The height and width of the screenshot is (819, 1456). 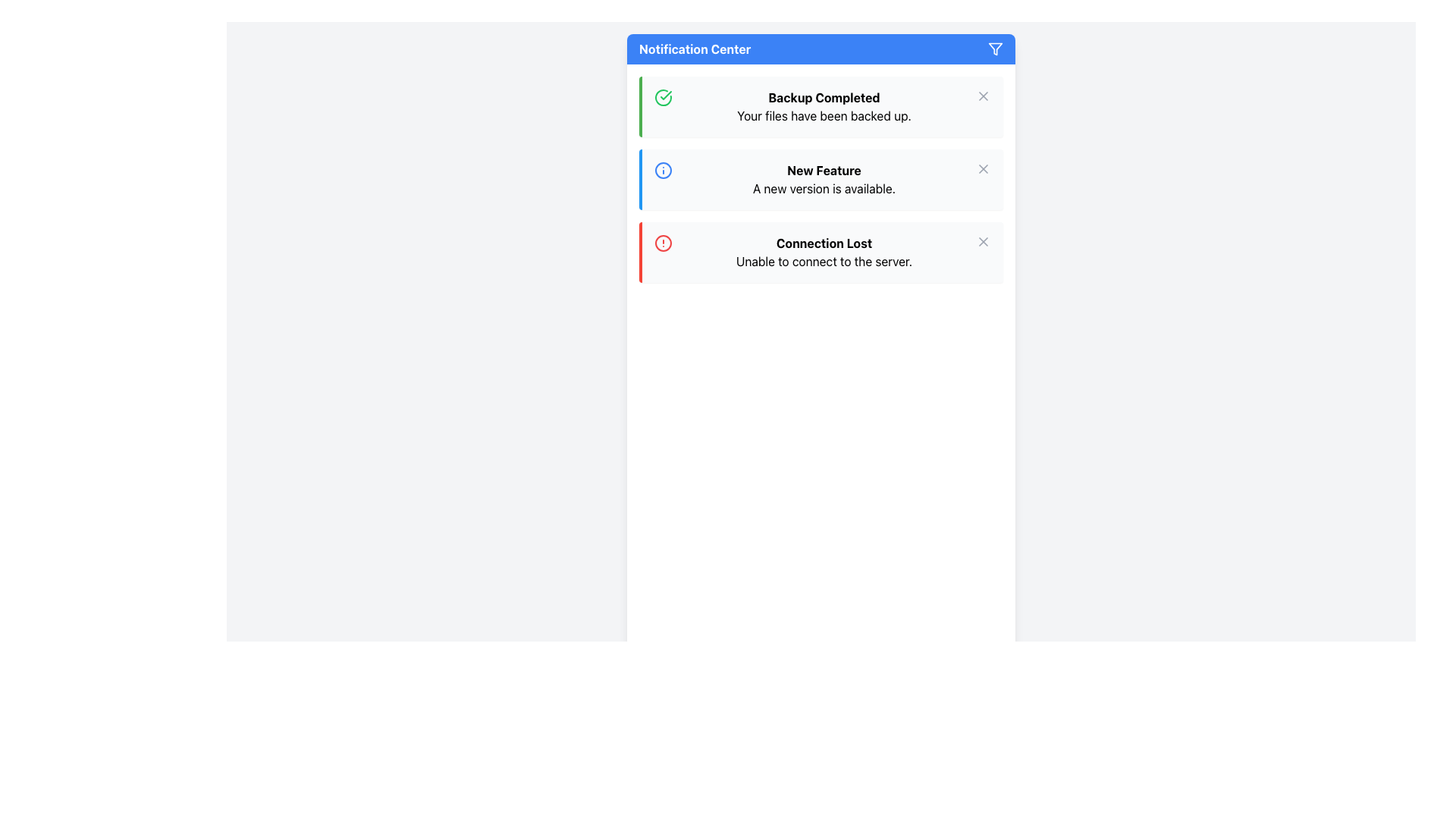 I want to click on the decorative circle in the 'New Feature' icon located in the second row of the Notification Center, so click(x=663, y=170).